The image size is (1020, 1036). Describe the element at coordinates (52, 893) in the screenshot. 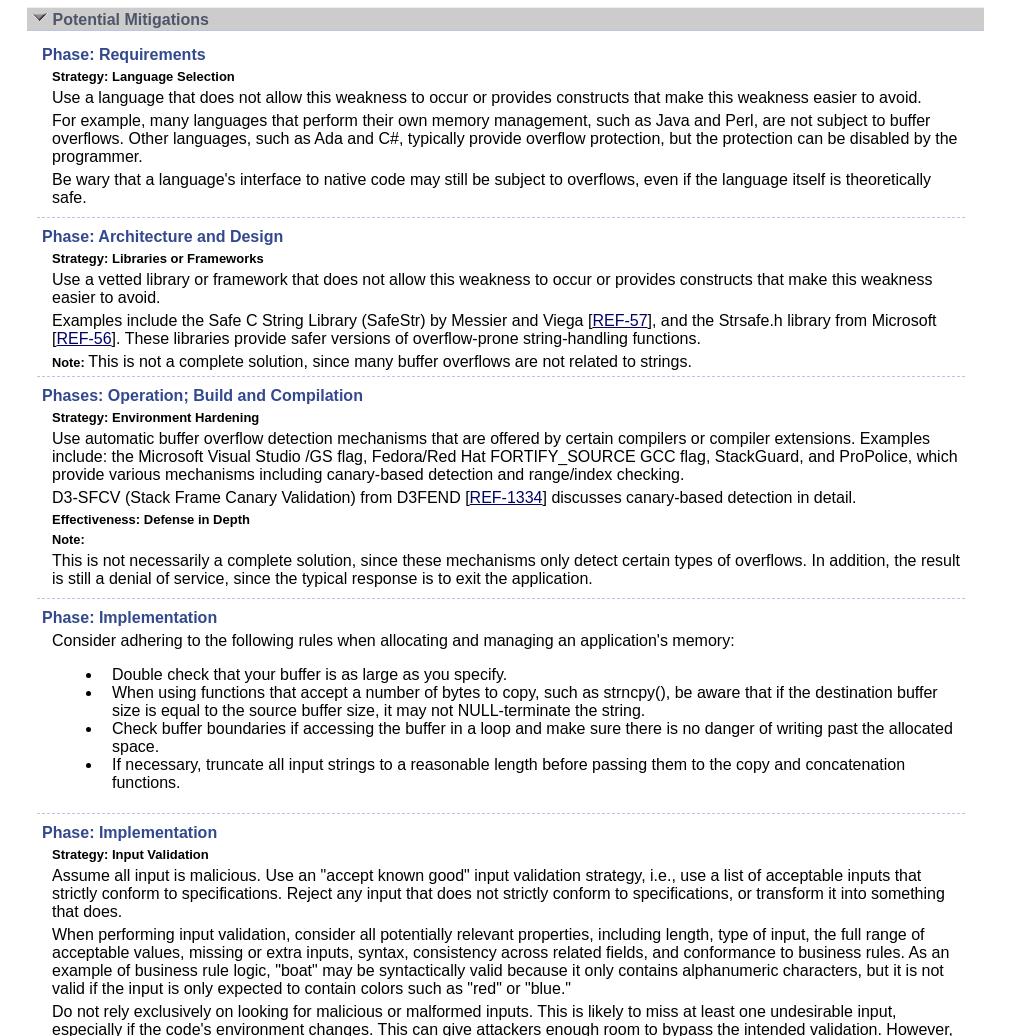

I see `'Assume all input is malicious. Use an "accept known good" input validation strategy, i.e., use a list of acceptable inputs that strictly conform to specifications. Reject any input that does not strictly conform to specifications, or transform it into something that does.'` at that location.